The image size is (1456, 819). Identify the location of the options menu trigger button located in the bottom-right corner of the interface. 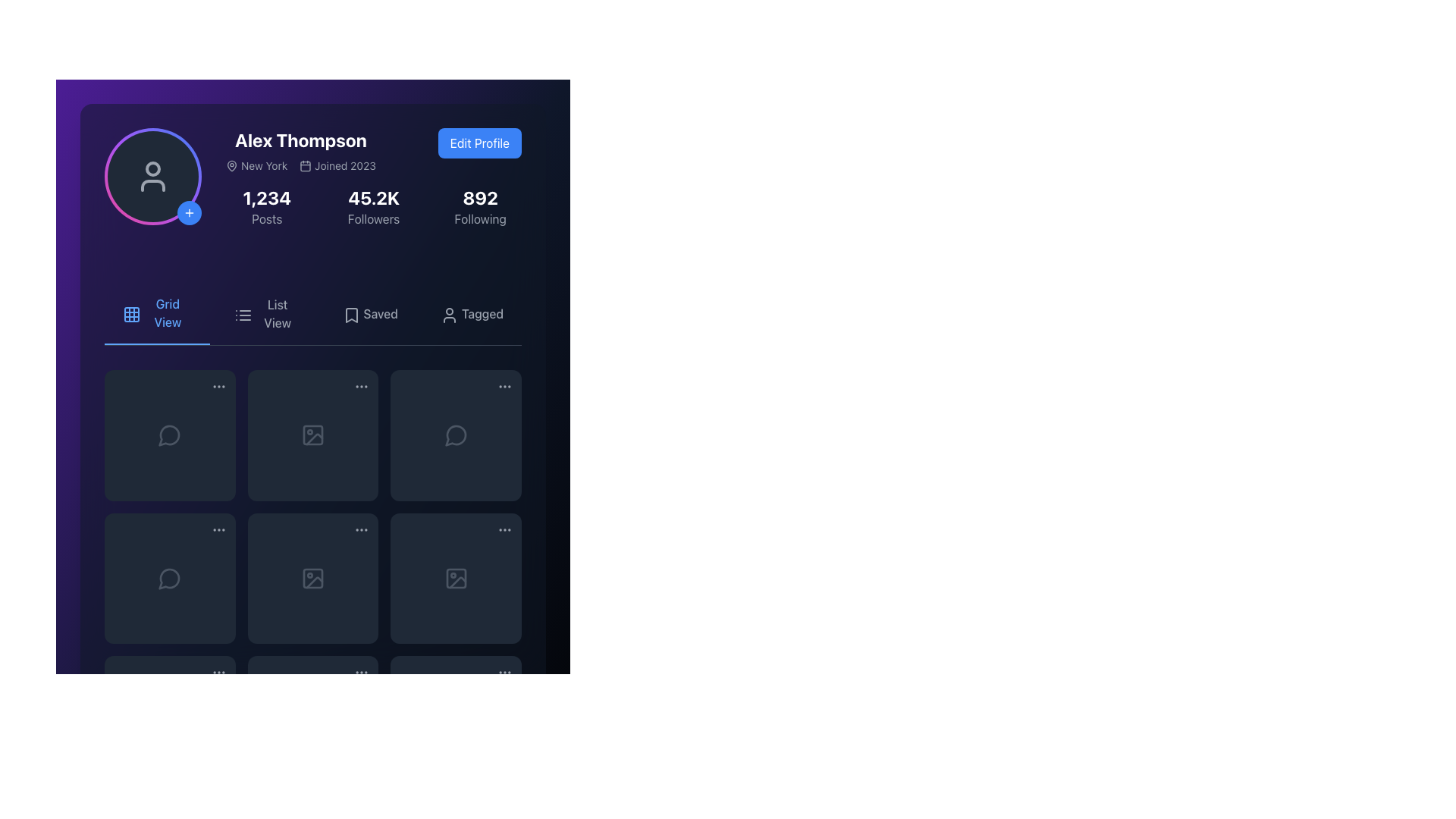
(505, 672).